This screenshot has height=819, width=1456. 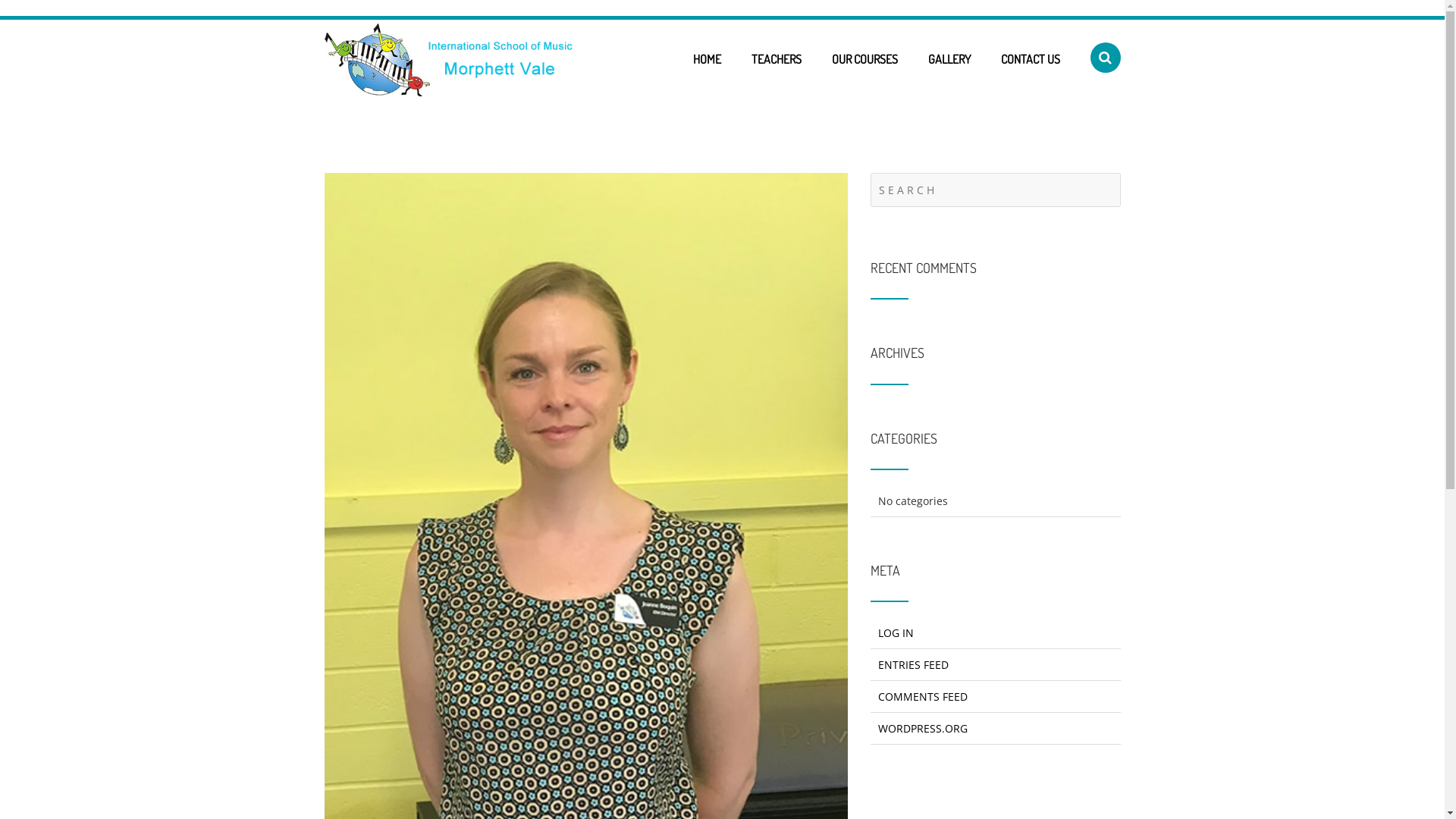 What do you see at coordinates (922, 696) in the screenshot?
I see `'COMMENTS FEED'` at bounding box center [922, 696].